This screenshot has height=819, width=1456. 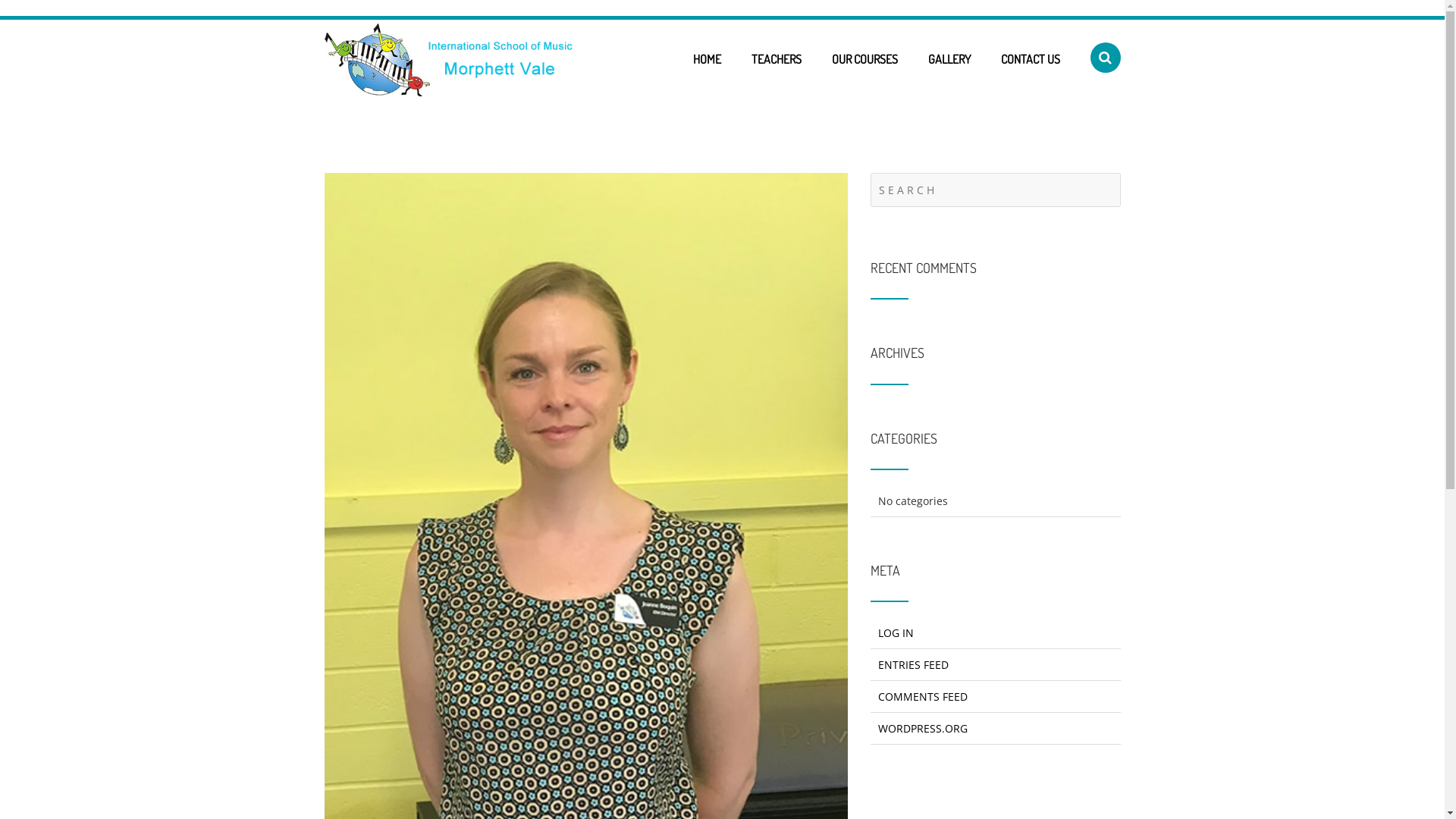 What do you see at coordinates (922, 696) in the screenshot?
I see `'COMMENTS FEED'` at bounding box center [922, 696].